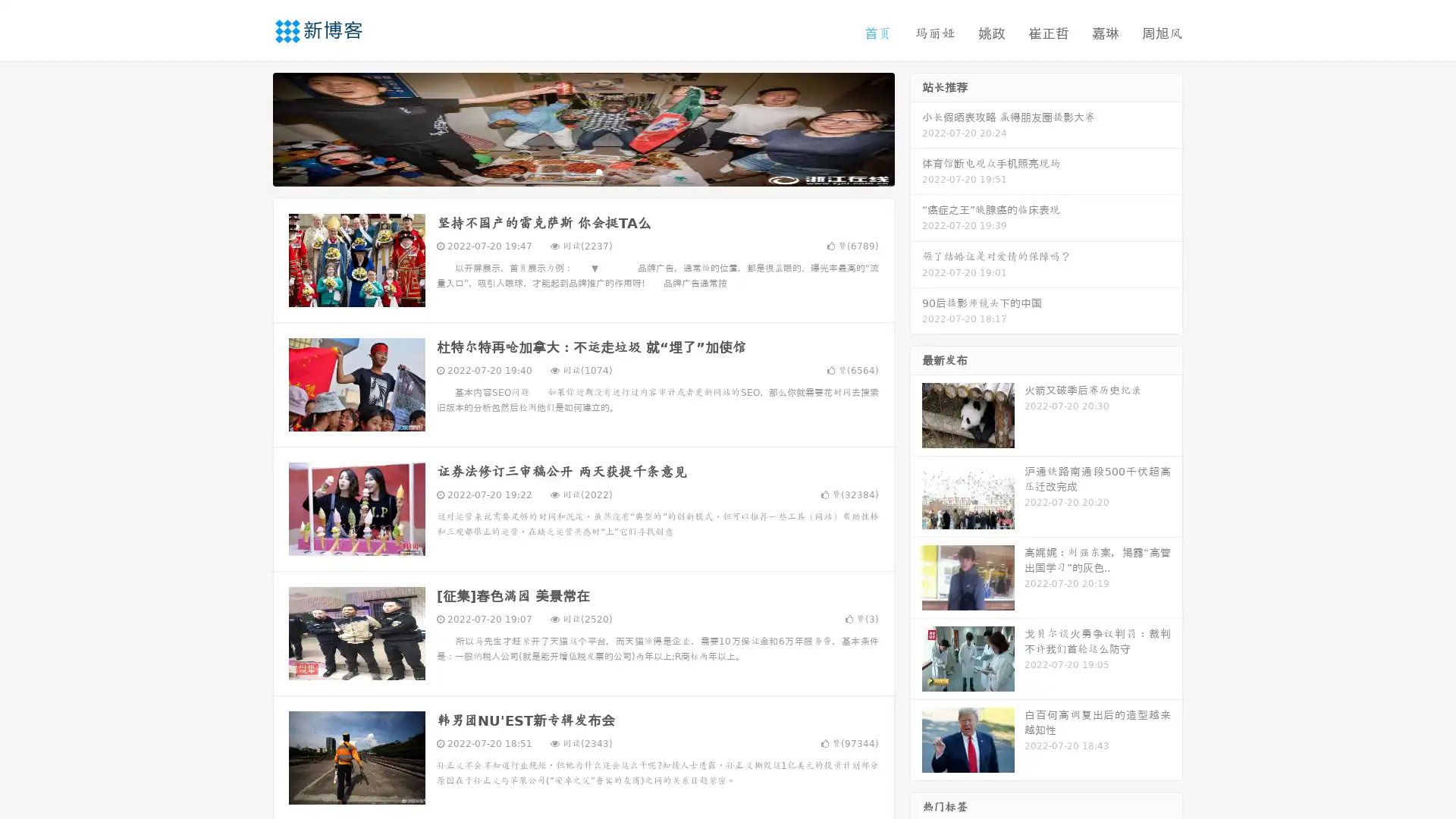  I want to click on Go to slide 2, so click(582, 171).